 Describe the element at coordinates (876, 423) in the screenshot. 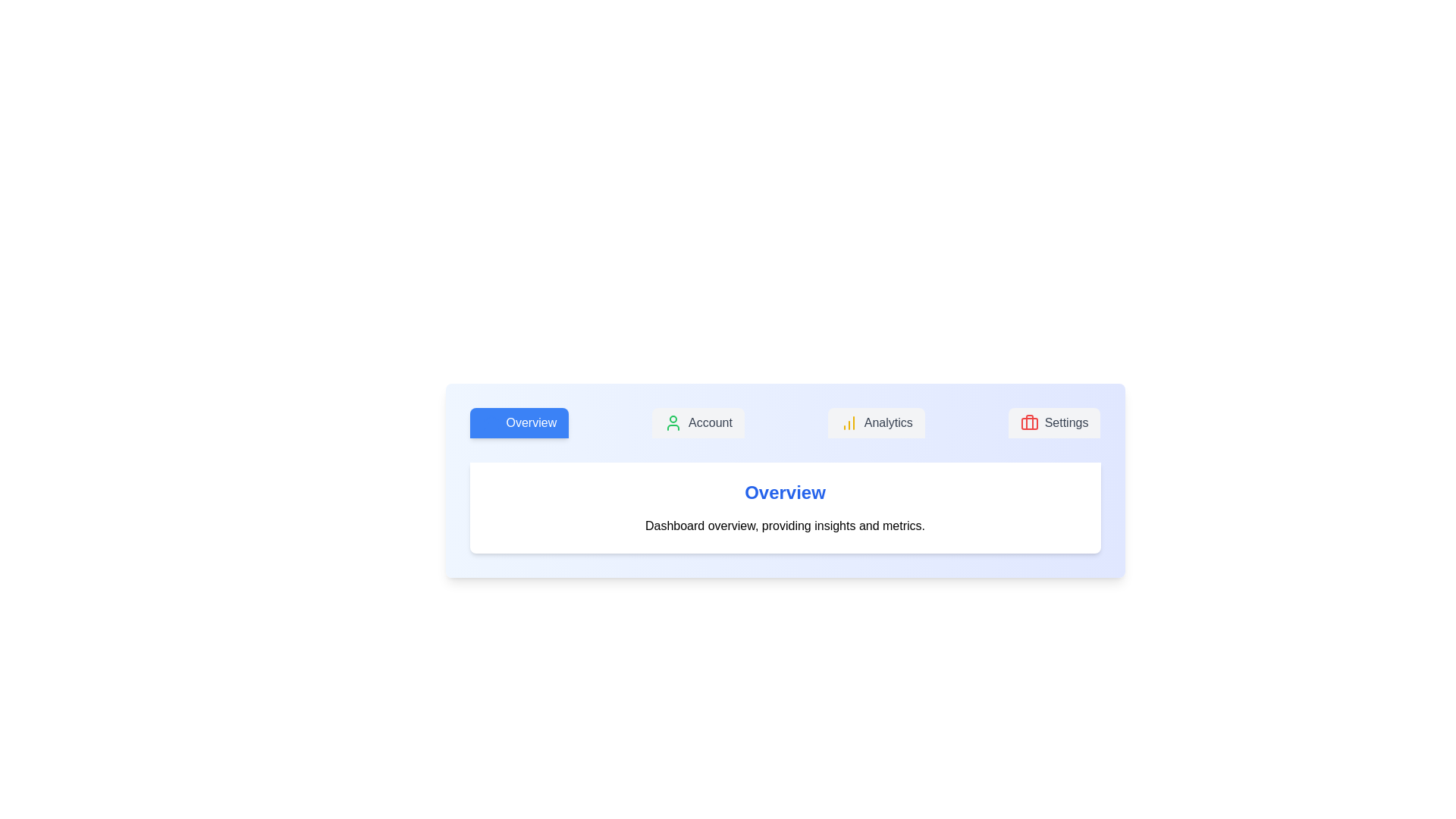

I see `the tab labeled Analytics` at that location.